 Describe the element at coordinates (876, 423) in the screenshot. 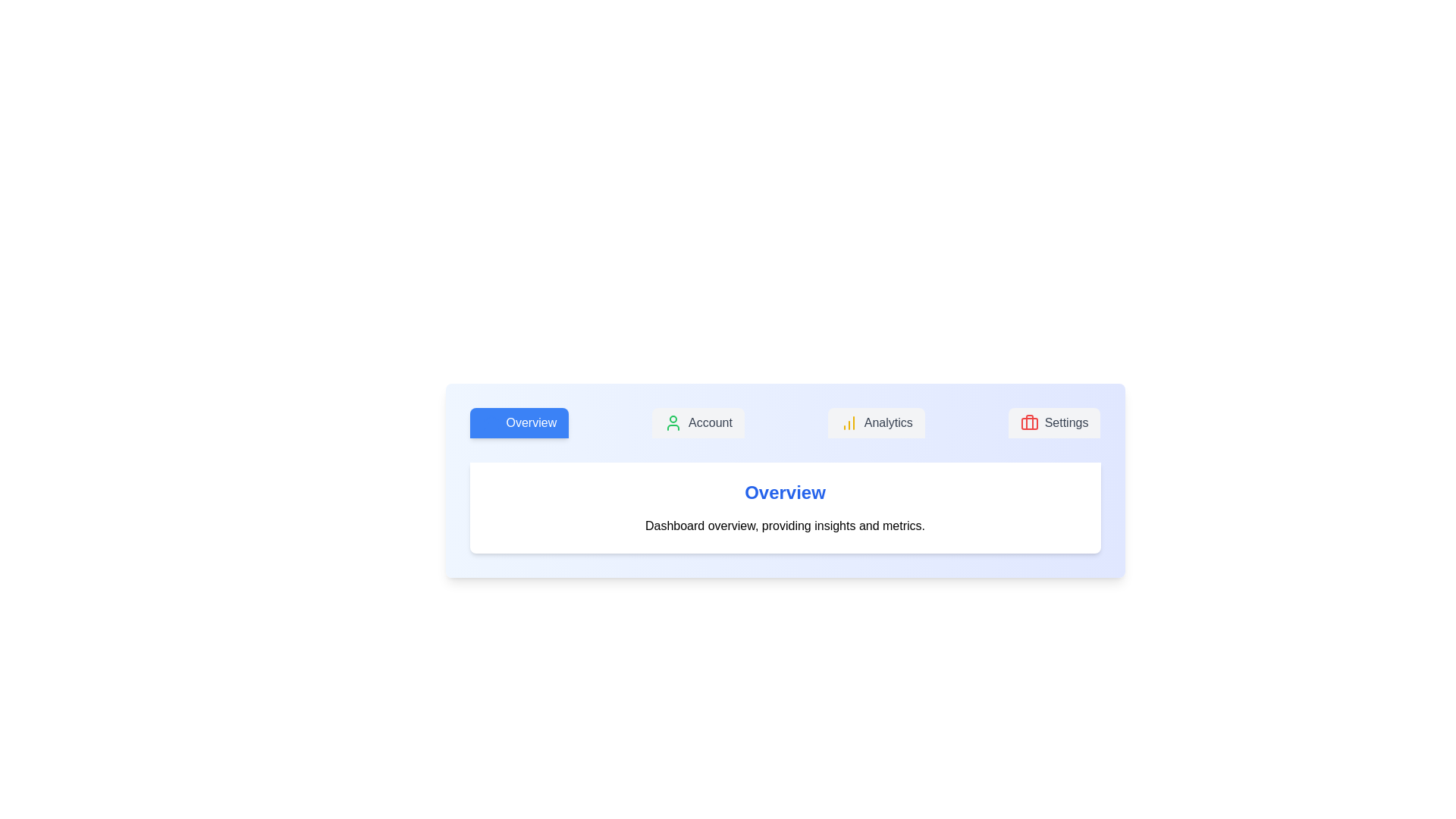

I see `the tab labeled Analytics` at that location.